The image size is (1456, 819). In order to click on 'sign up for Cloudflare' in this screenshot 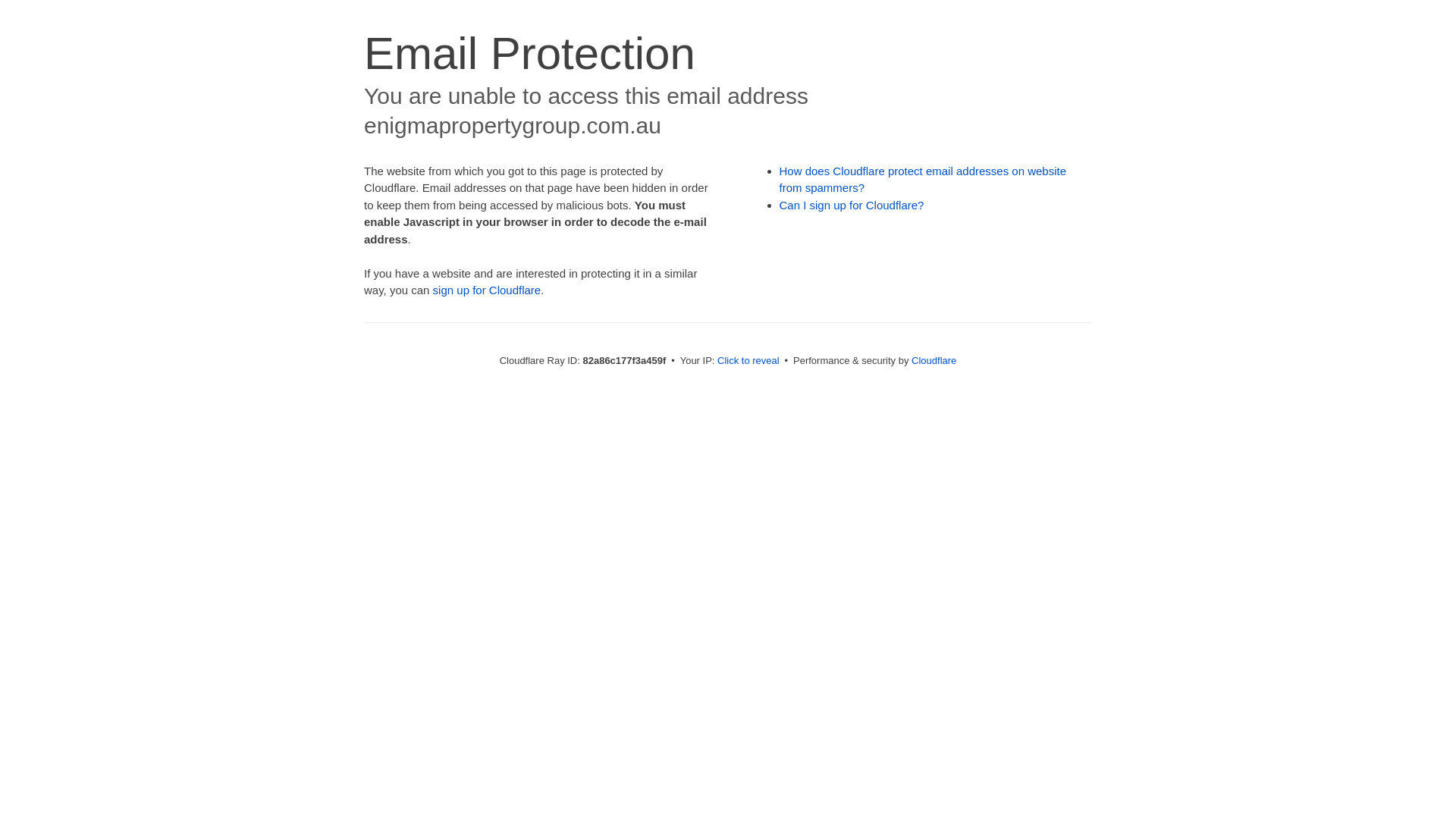, I will do `click(432, 290)`.